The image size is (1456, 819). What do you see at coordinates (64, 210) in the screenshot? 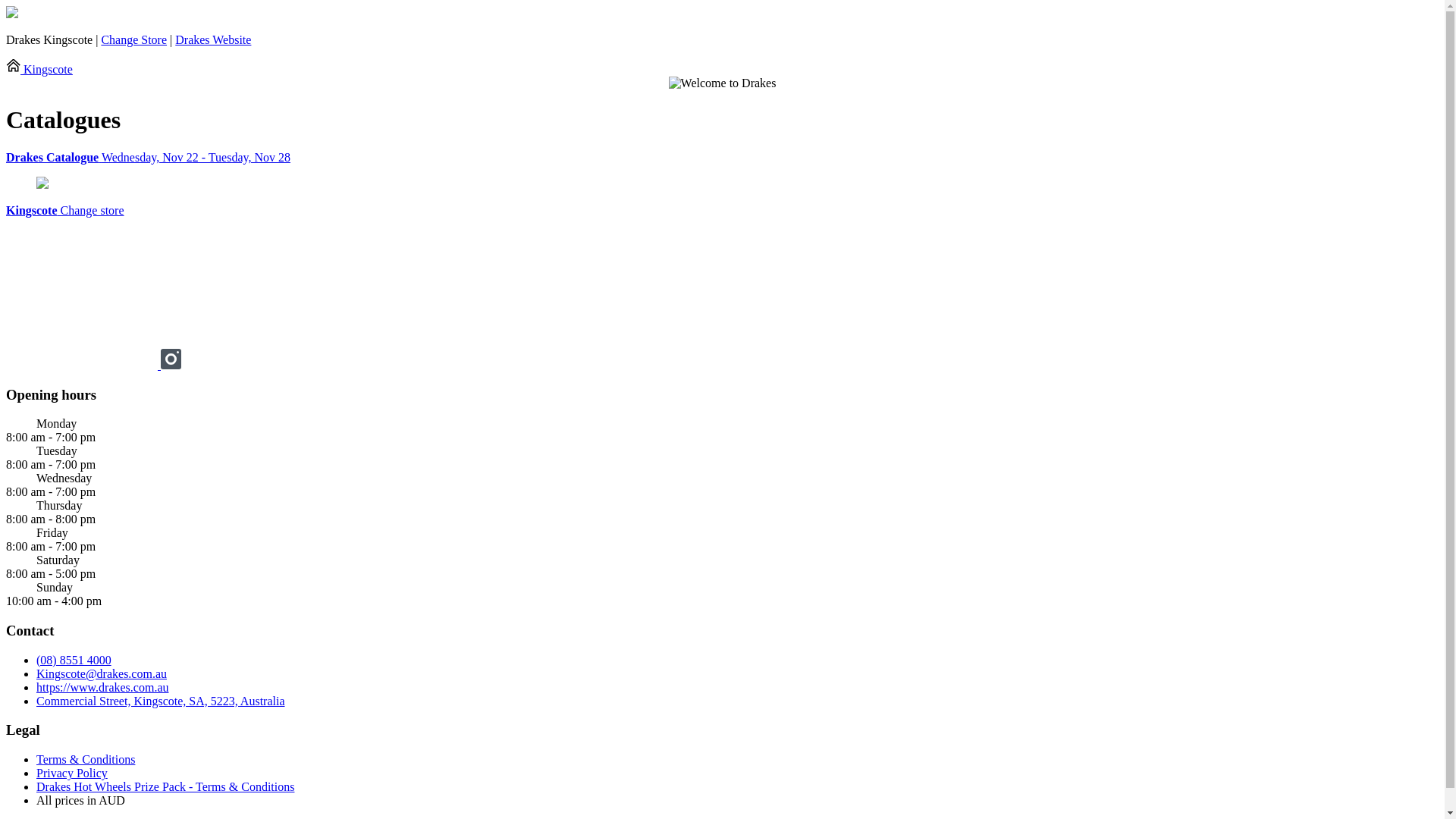
I see `'Kingscote Change store'` at bounding box center [64, 210].